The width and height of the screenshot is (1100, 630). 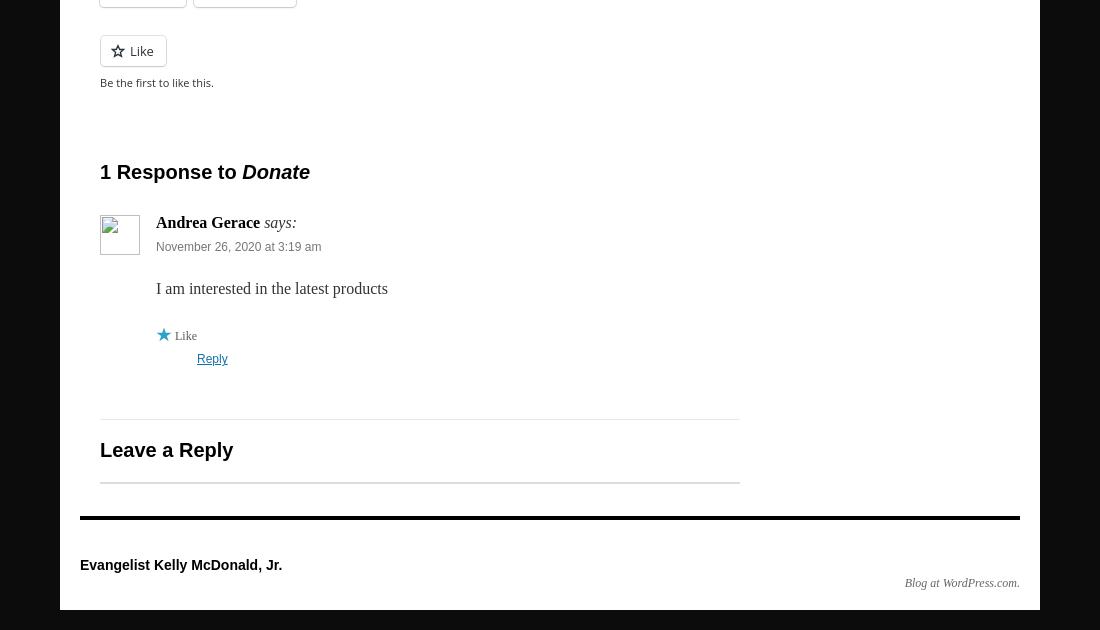 What do you see at coordinates (154, 222) in the screenshot?
I see `'Andrea Gerace'` at bounding box center [154, 222].